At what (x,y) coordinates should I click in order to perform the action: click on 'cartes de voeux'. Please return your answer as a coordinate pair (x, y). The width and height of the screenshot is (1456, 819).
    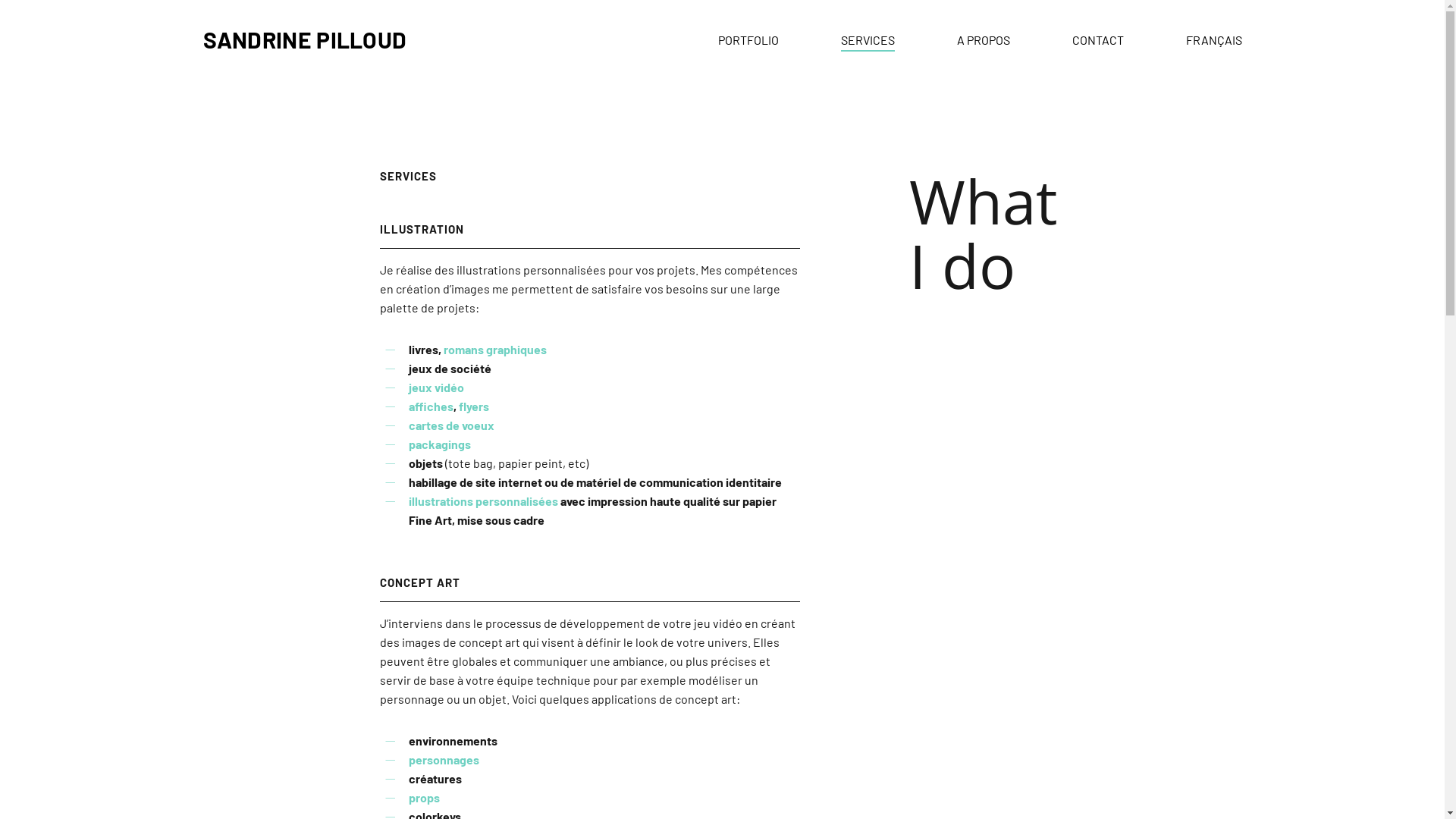
    Looking at the image, I should click on (450, 425).